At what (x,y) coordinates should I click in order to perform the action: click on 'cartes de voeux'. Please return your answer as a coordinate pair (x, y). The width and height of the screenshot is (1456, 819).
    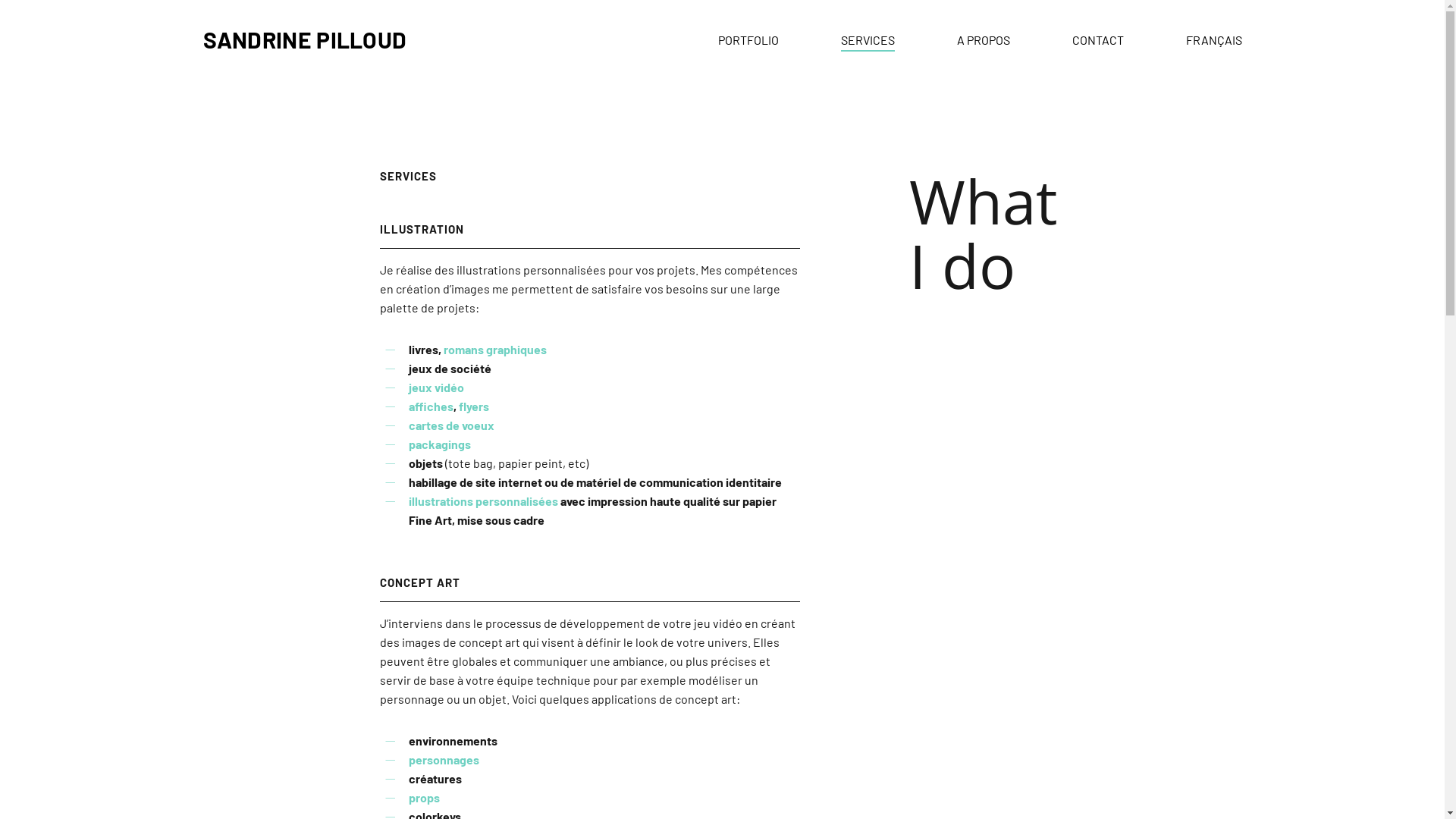
    Looking at the image, I should click on (450, 425).